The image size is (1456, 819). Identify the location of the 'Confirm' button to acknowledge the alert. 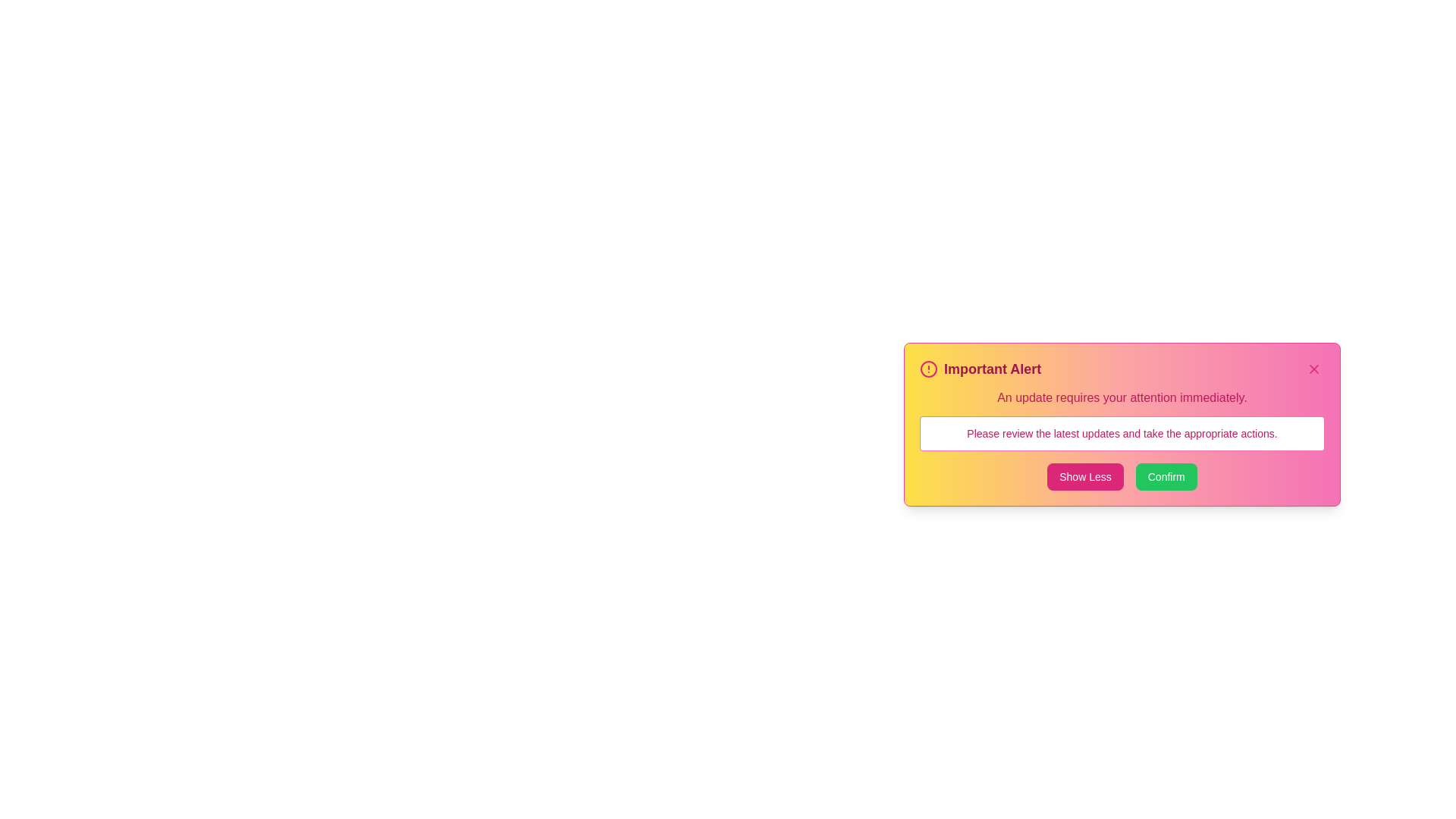
(1165, 475).